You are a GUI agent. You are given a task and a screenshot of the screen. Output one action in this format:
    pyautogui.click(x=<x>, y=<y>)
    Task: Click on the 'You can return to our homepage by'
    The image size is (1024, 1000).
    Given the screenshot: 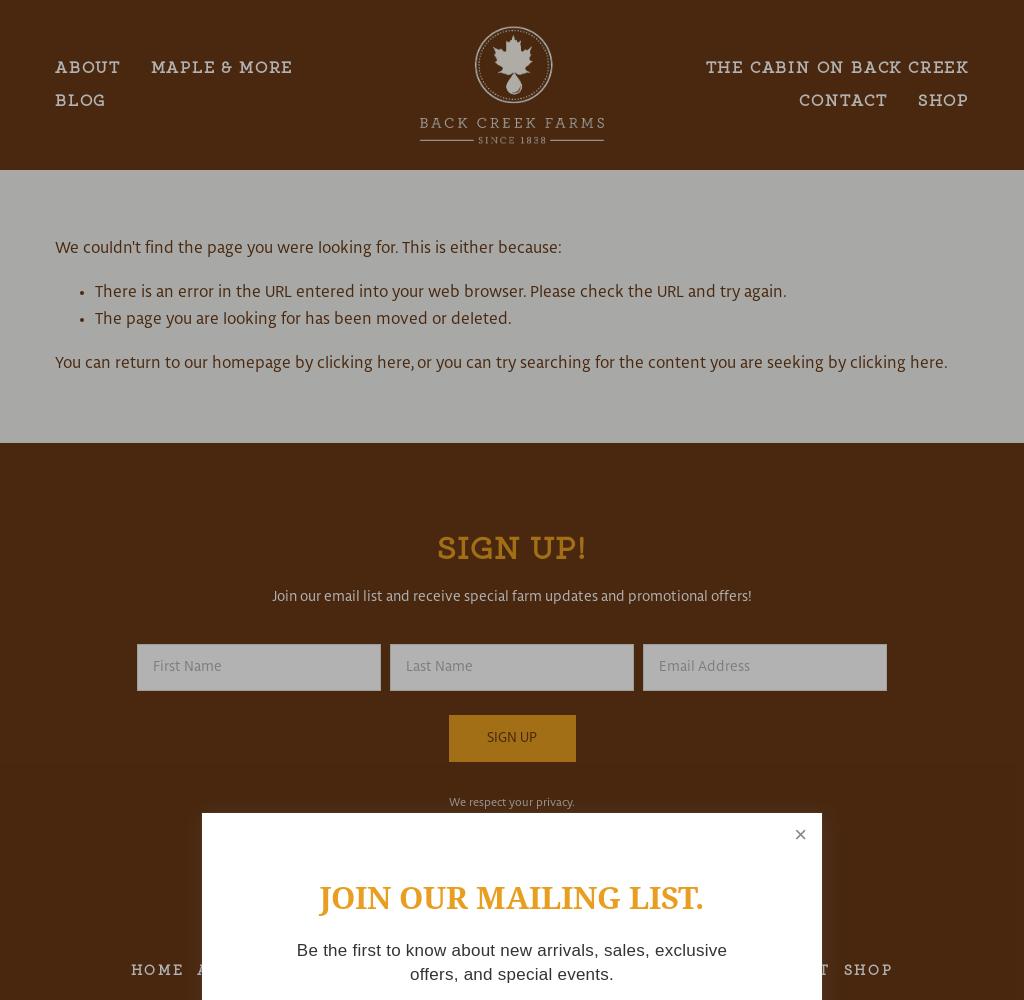 What is the action you would take?
    pyautogui.click(x=185, y=362)
    